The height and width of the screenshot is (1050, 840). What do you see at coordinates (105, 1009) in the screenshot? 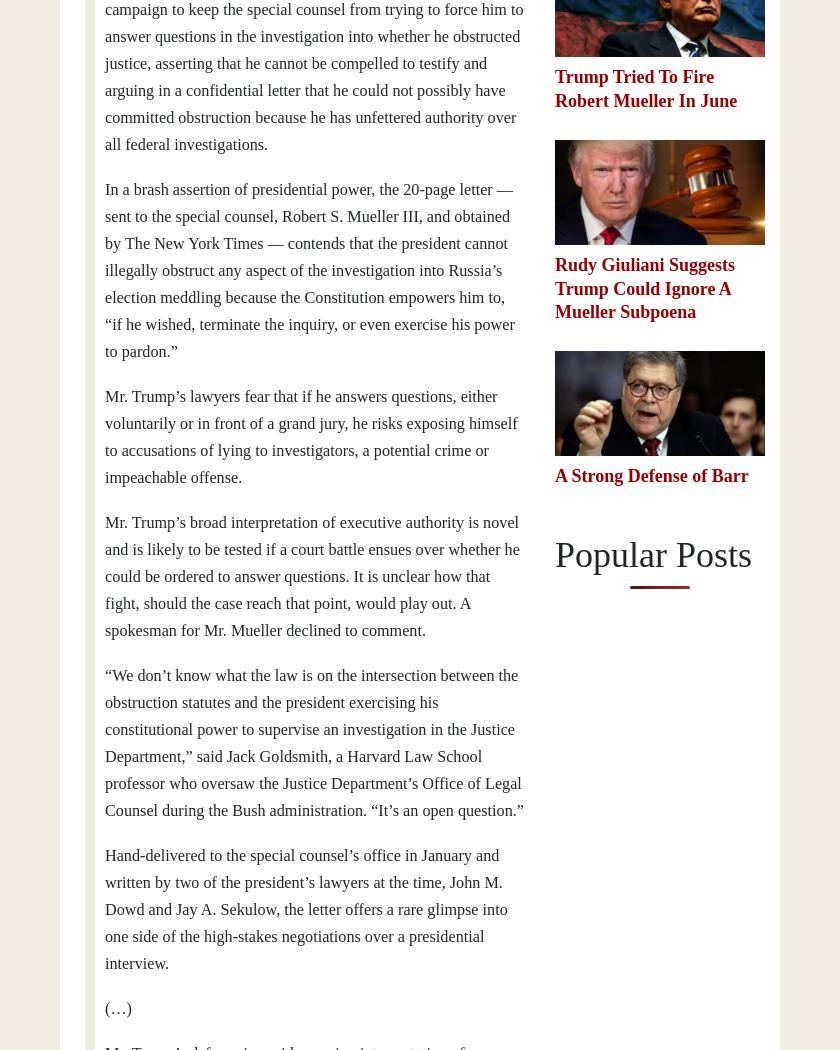
I see `'(…)'` at bounding box center [105, 1009].